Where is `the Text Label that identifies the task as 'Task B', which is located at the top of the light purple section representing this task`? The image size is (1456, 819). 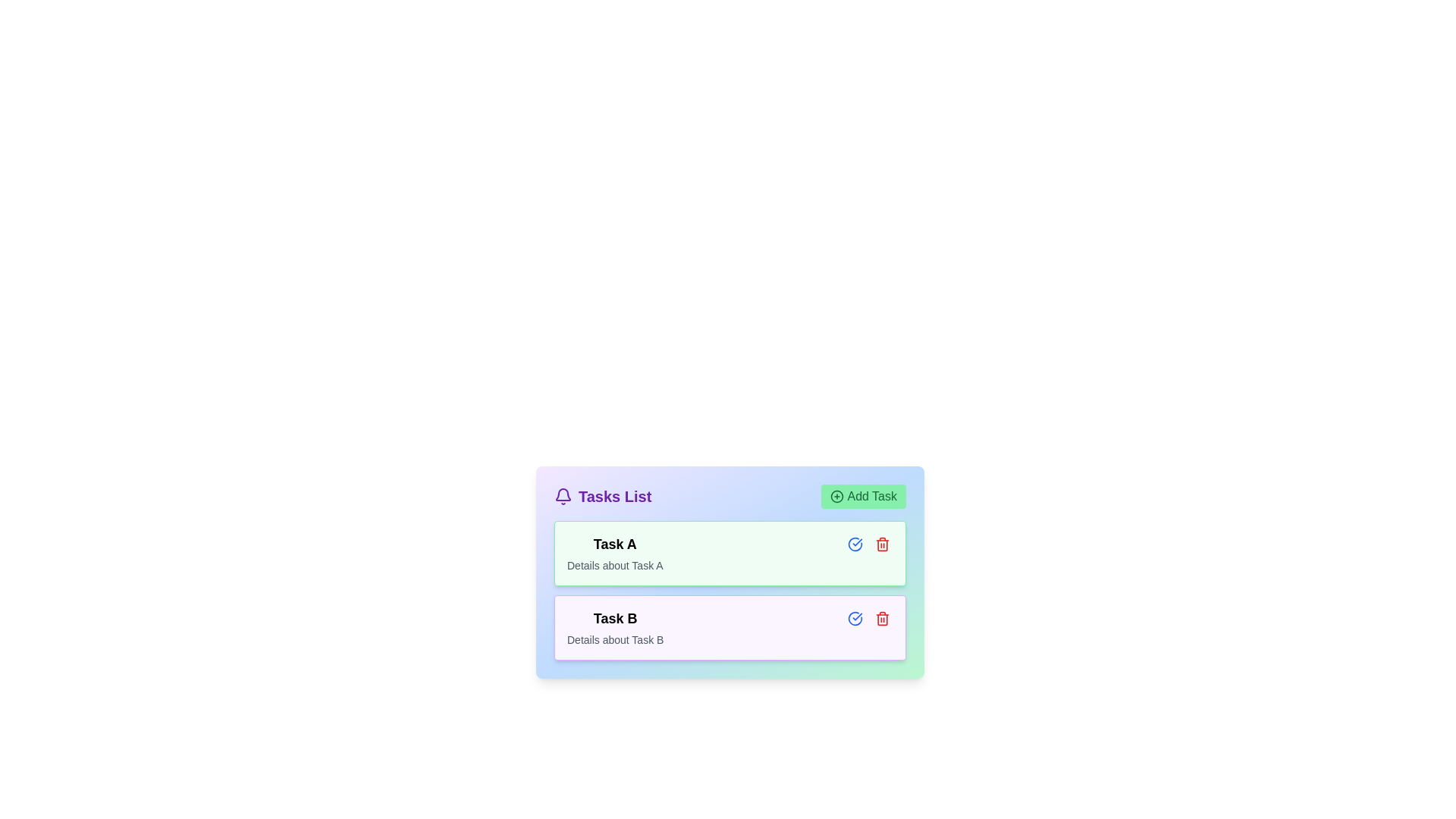
the Text Label that identifies the task as 'Task B', which is located at the top of the light purple section representing this task is located at coordinates (615, 619).